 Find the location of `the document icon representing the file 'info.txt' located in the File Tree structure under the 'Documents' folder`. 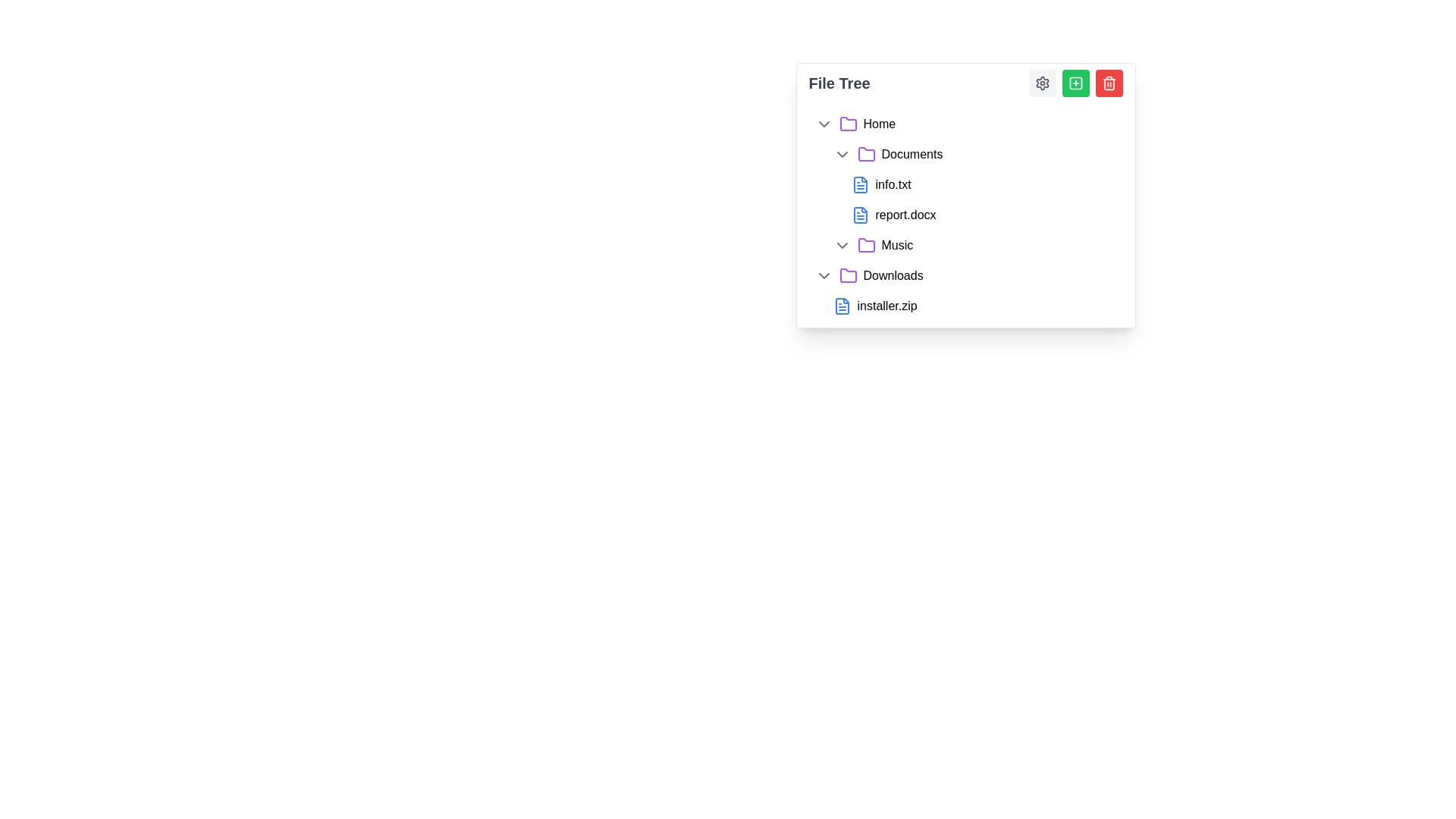

the document icon representing the file 'info.txt' located in the File Tree structure under the 'Documents' folder is located at coordinates (860, 184).